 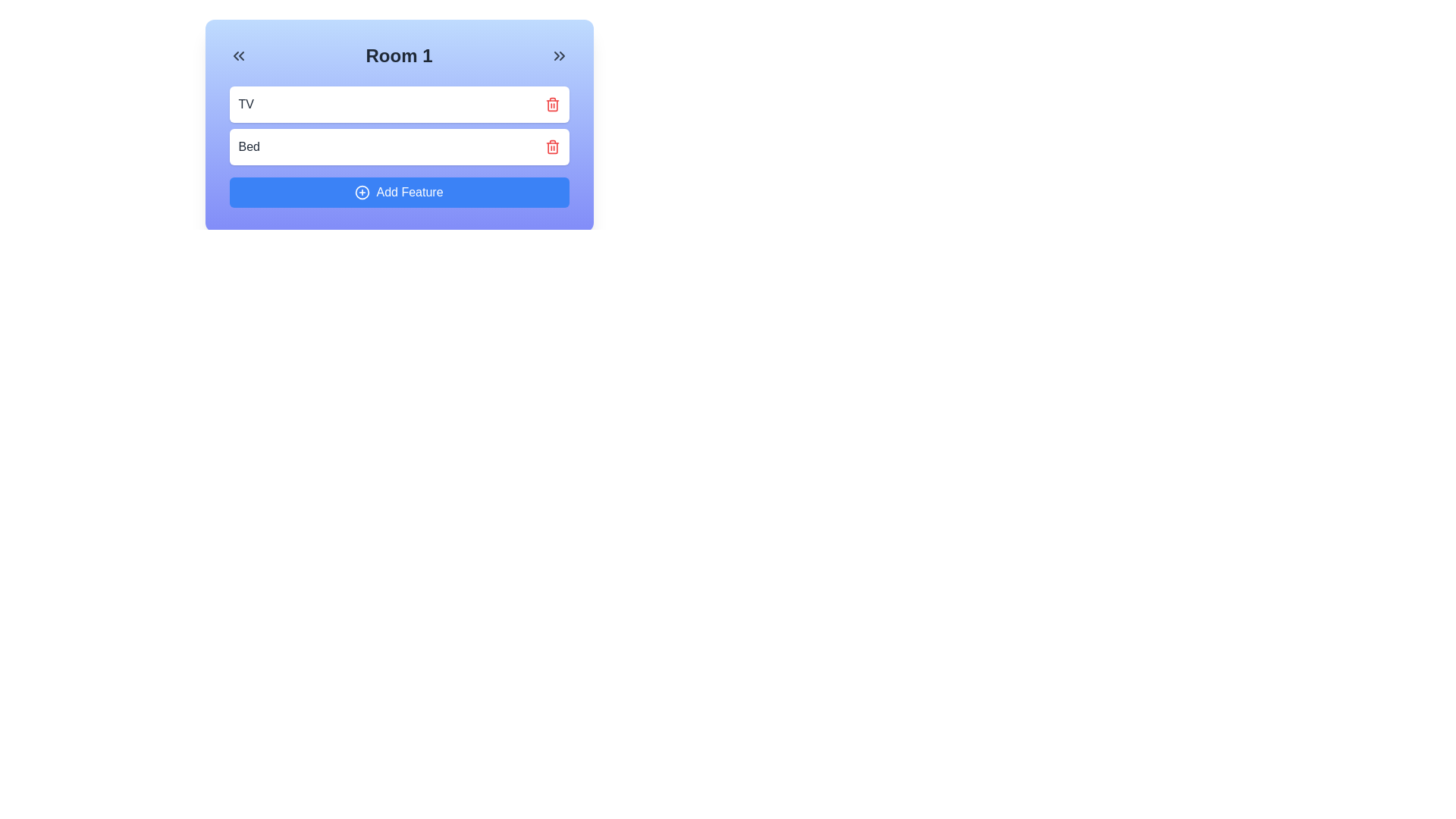 I want to click on the left chevron SVG icon in the top-right corner of the interface, so click(x=556, y=55).